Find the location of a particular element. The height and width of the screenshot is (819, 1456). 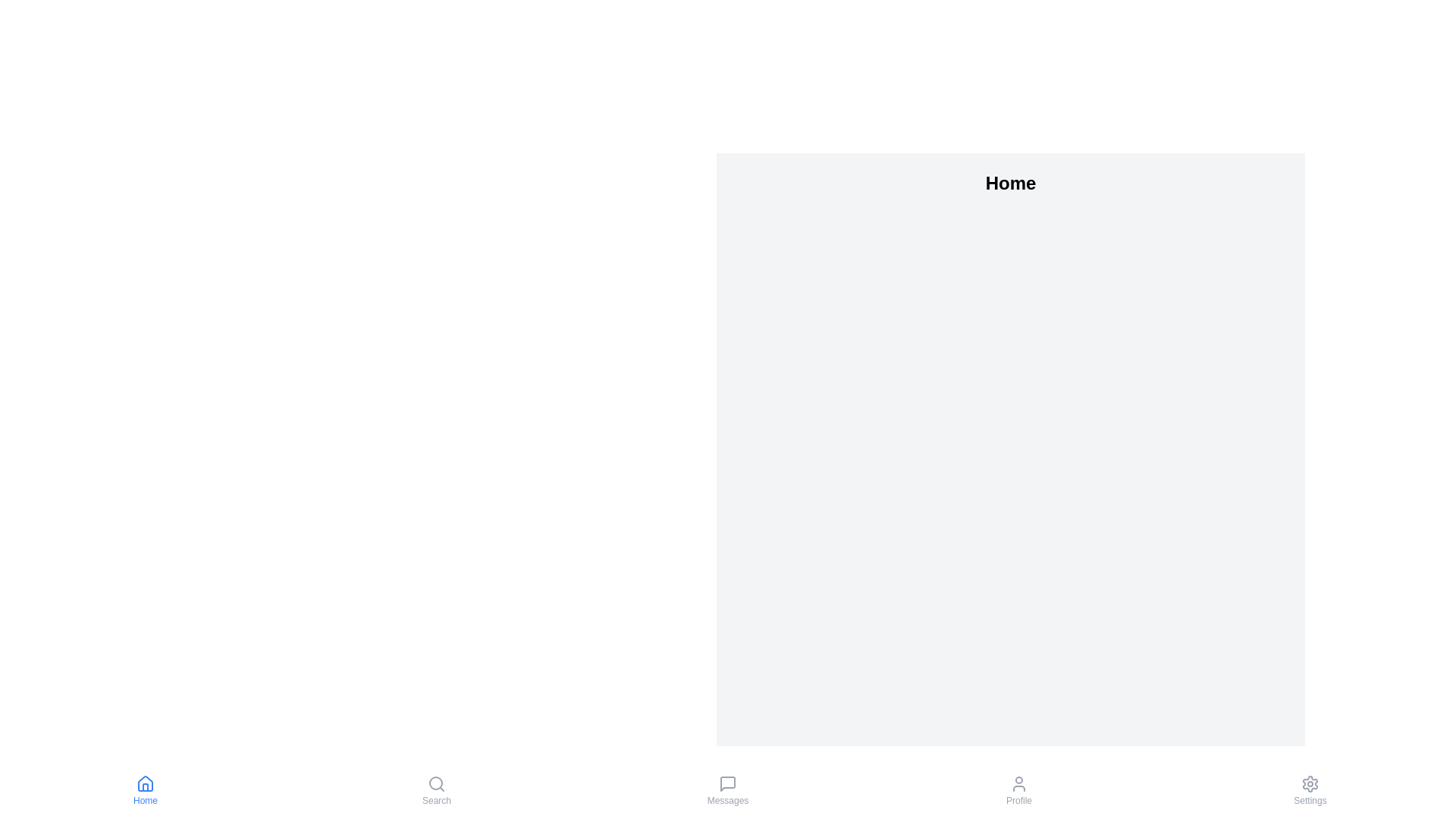

the messaging icon located in the bottom navigation bar, centrally aligned with the 'Messages' section is located at coordinates (728, 783).